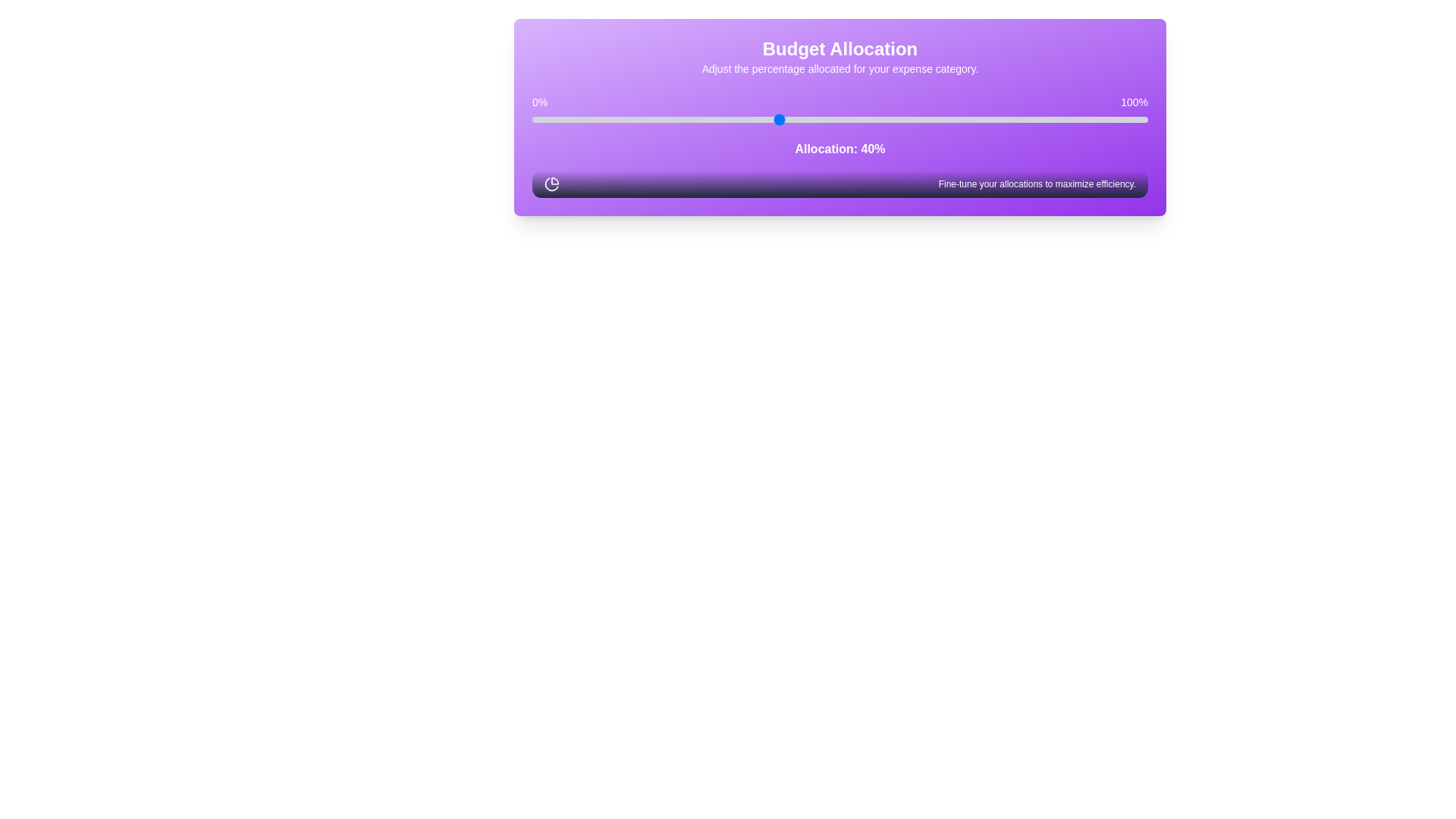 This screenshot has height=819, width=1456. I want to click on the decorative icon located at the bottom-left of the purple background section, which serves as a visual cue for pie chart-related data, so click(551, 184).